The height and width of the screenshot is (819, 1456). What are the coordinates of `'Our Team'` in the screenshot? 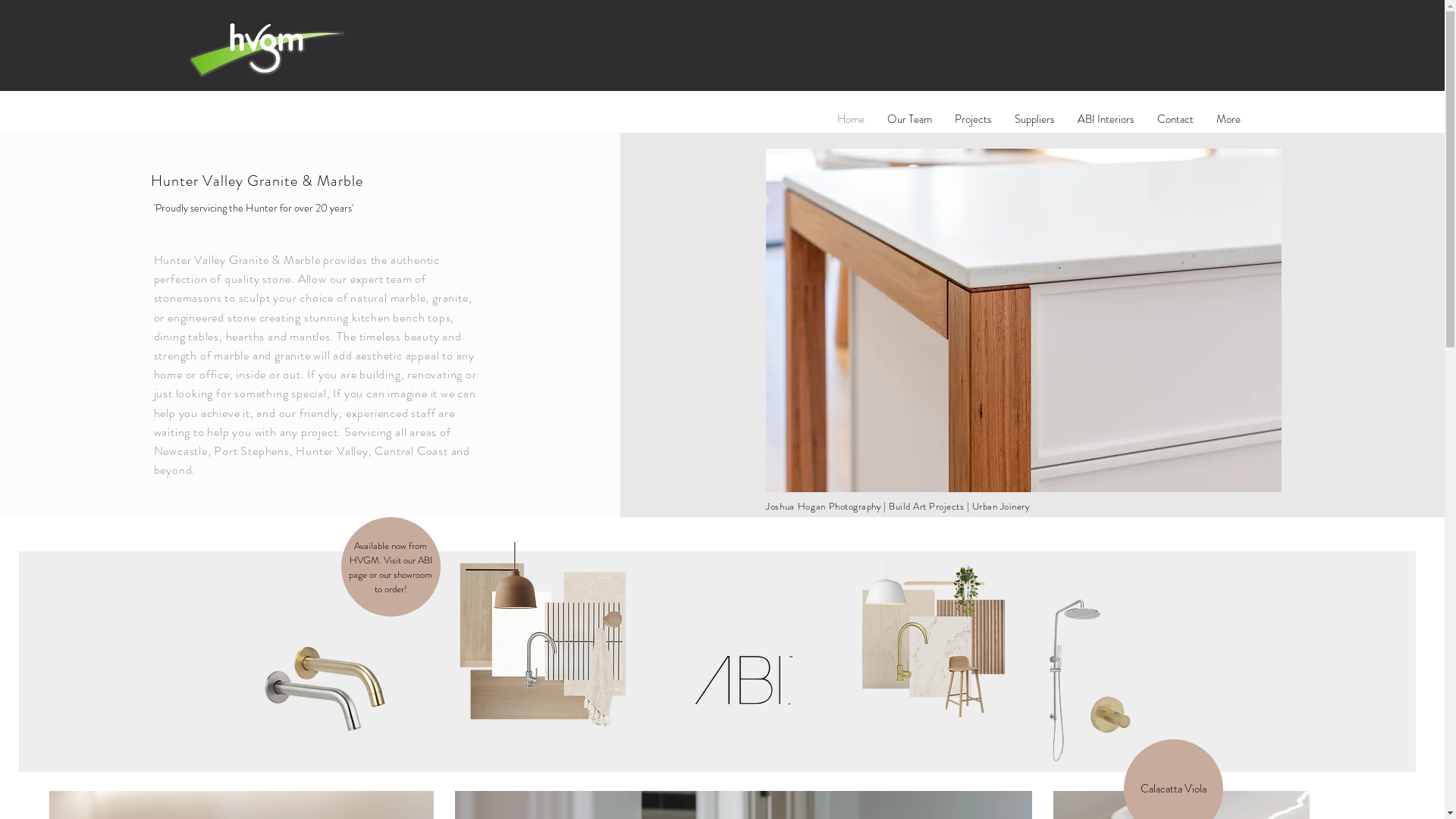 It's located at (908, 118).